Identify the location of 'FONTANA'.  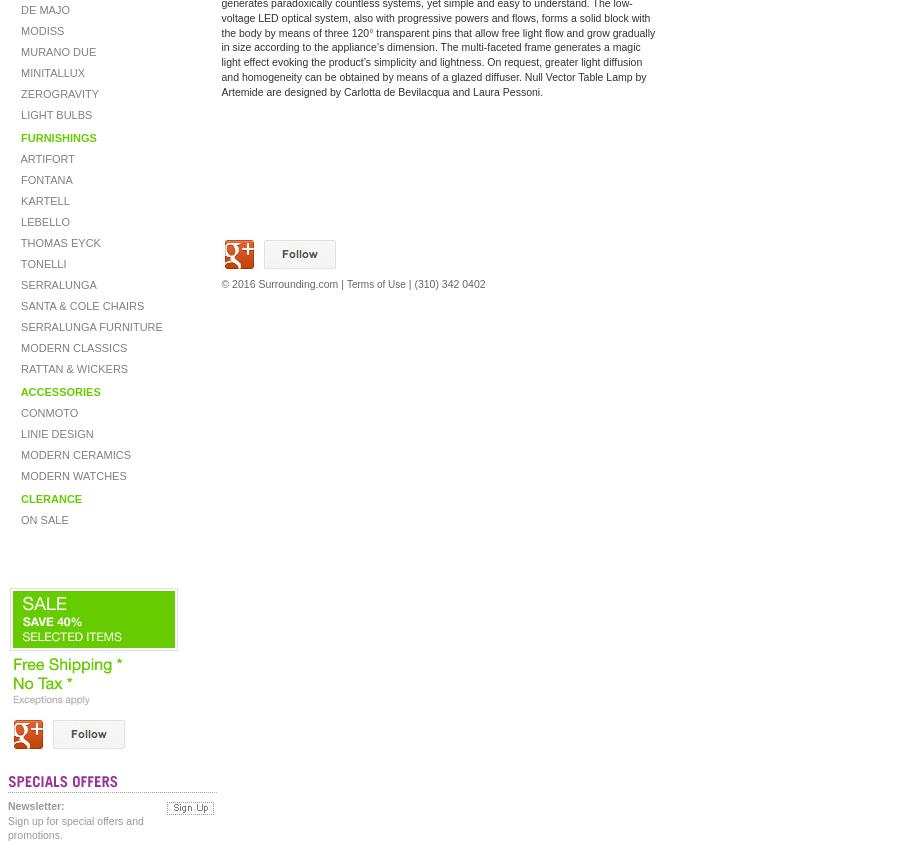
(45, 180).